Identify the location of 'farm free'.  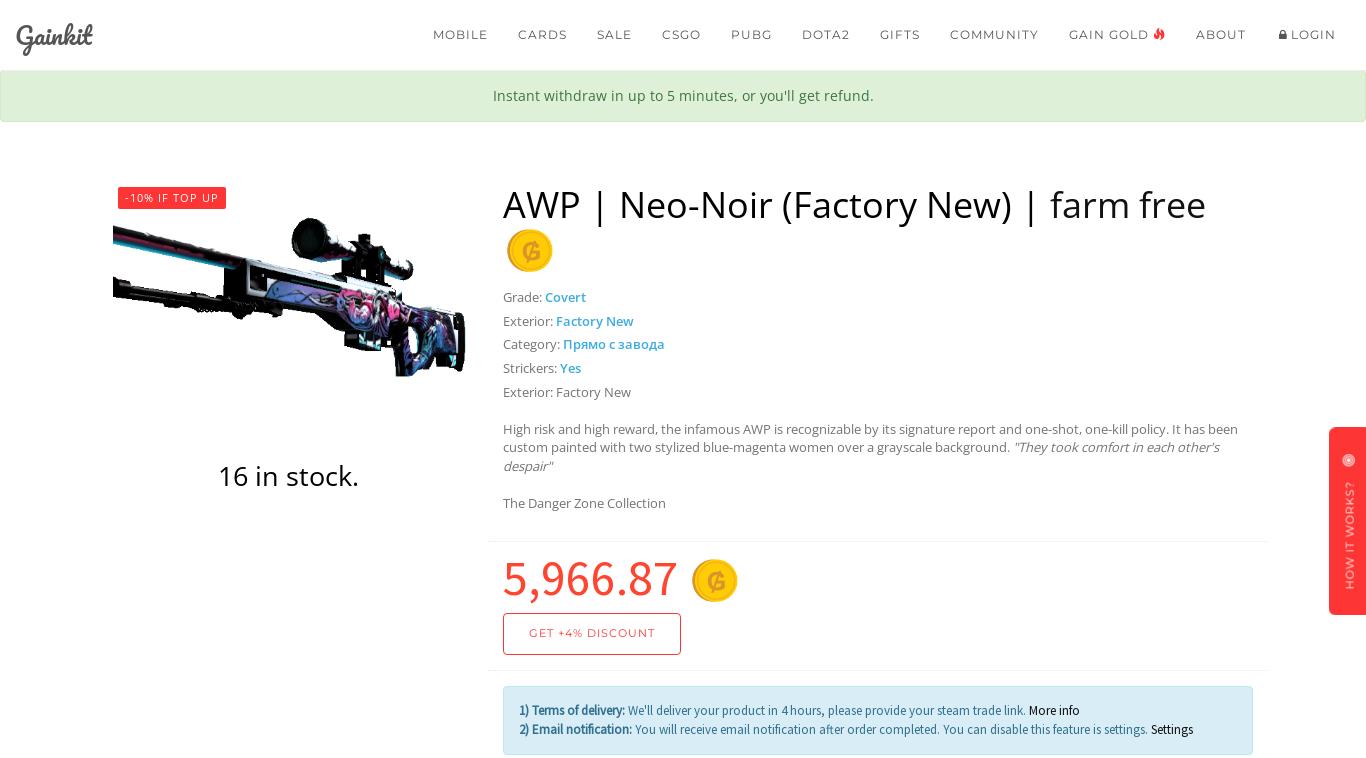
(1049, 204).